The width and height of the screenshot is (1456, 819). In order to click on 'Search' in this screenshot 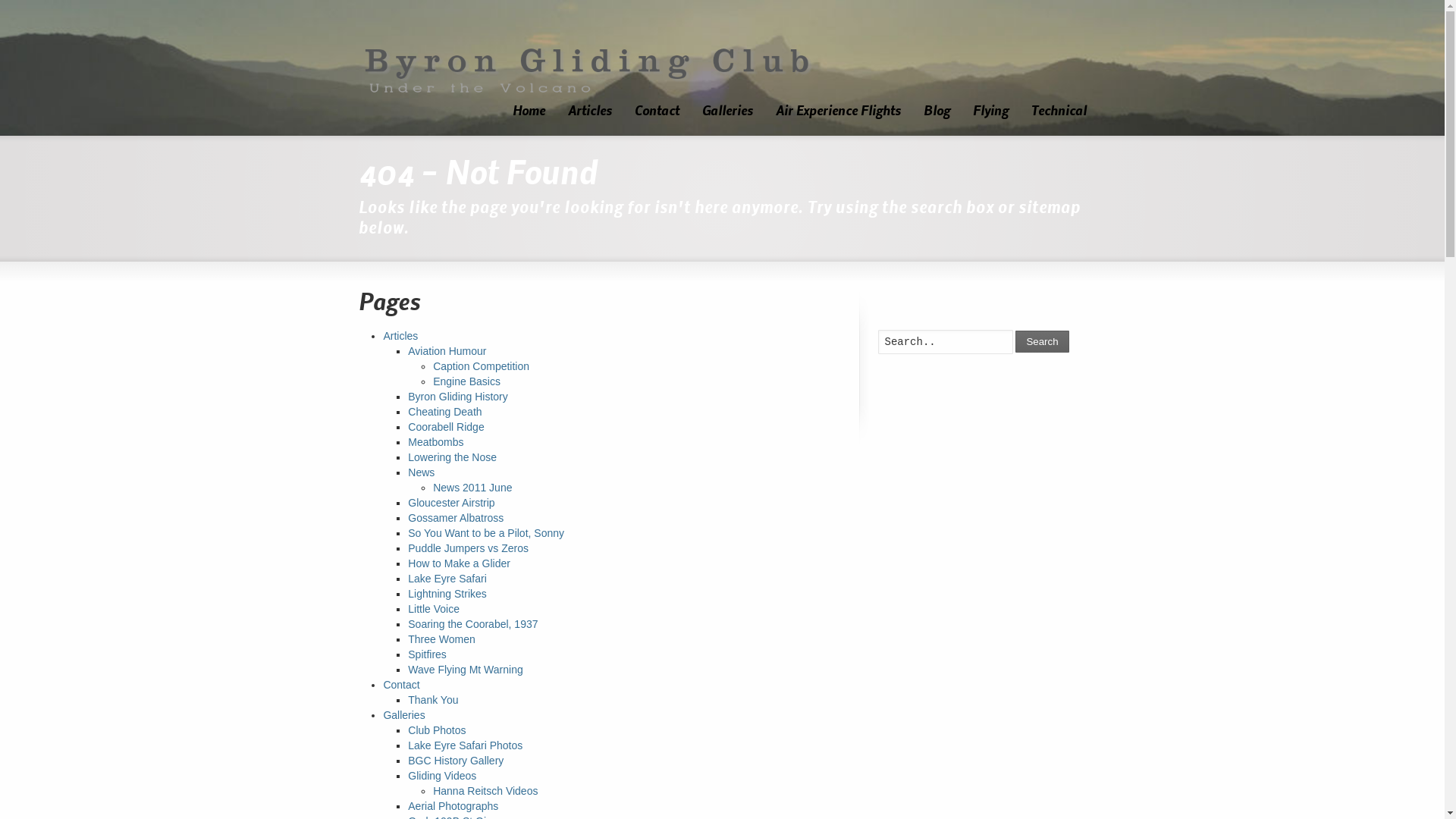, I will do `click(1015, 341)`.